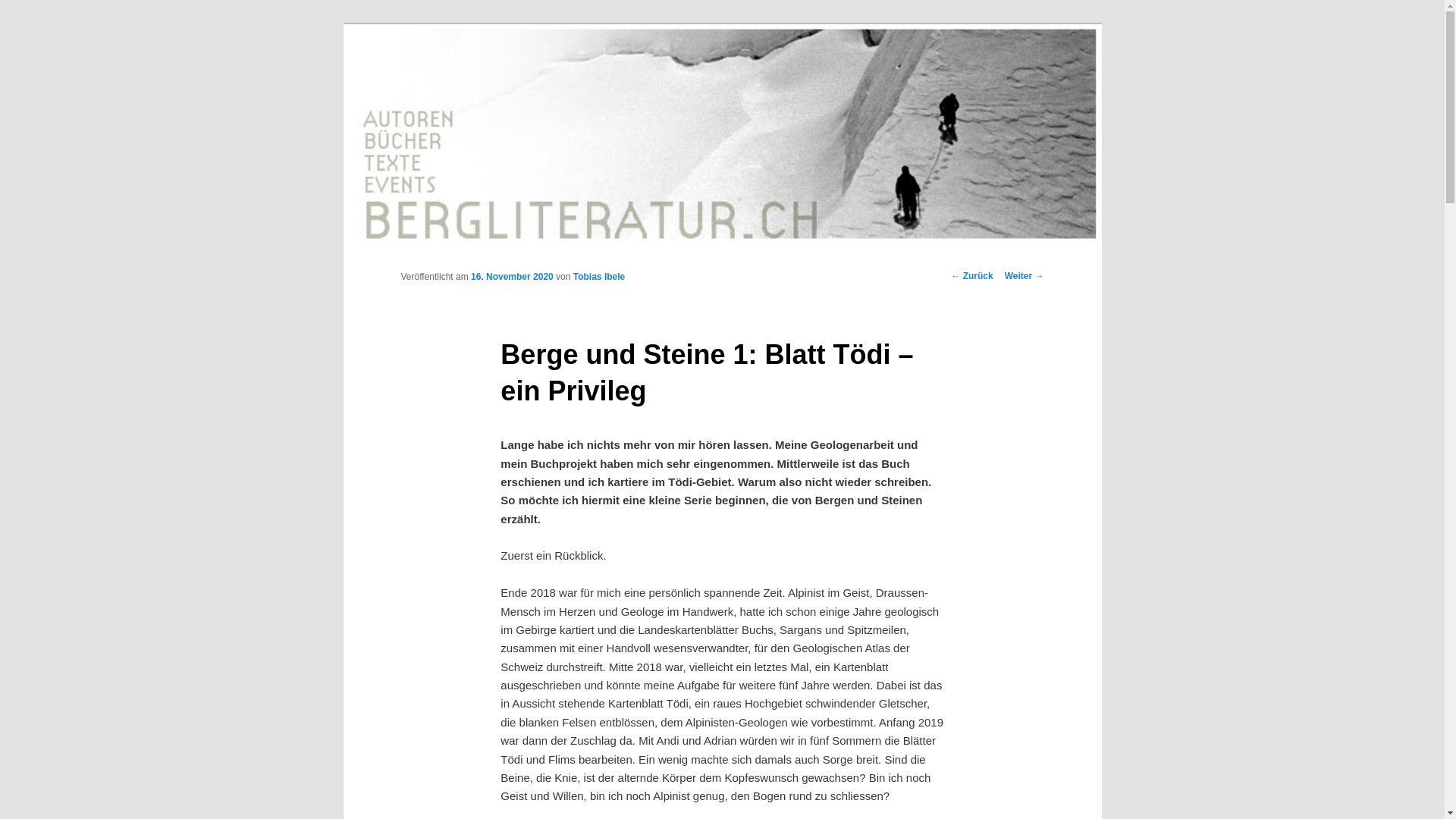  Describe the element at coordinates (572, 277) in the screenshot. I see `'Tobias Ibele'` at that location.